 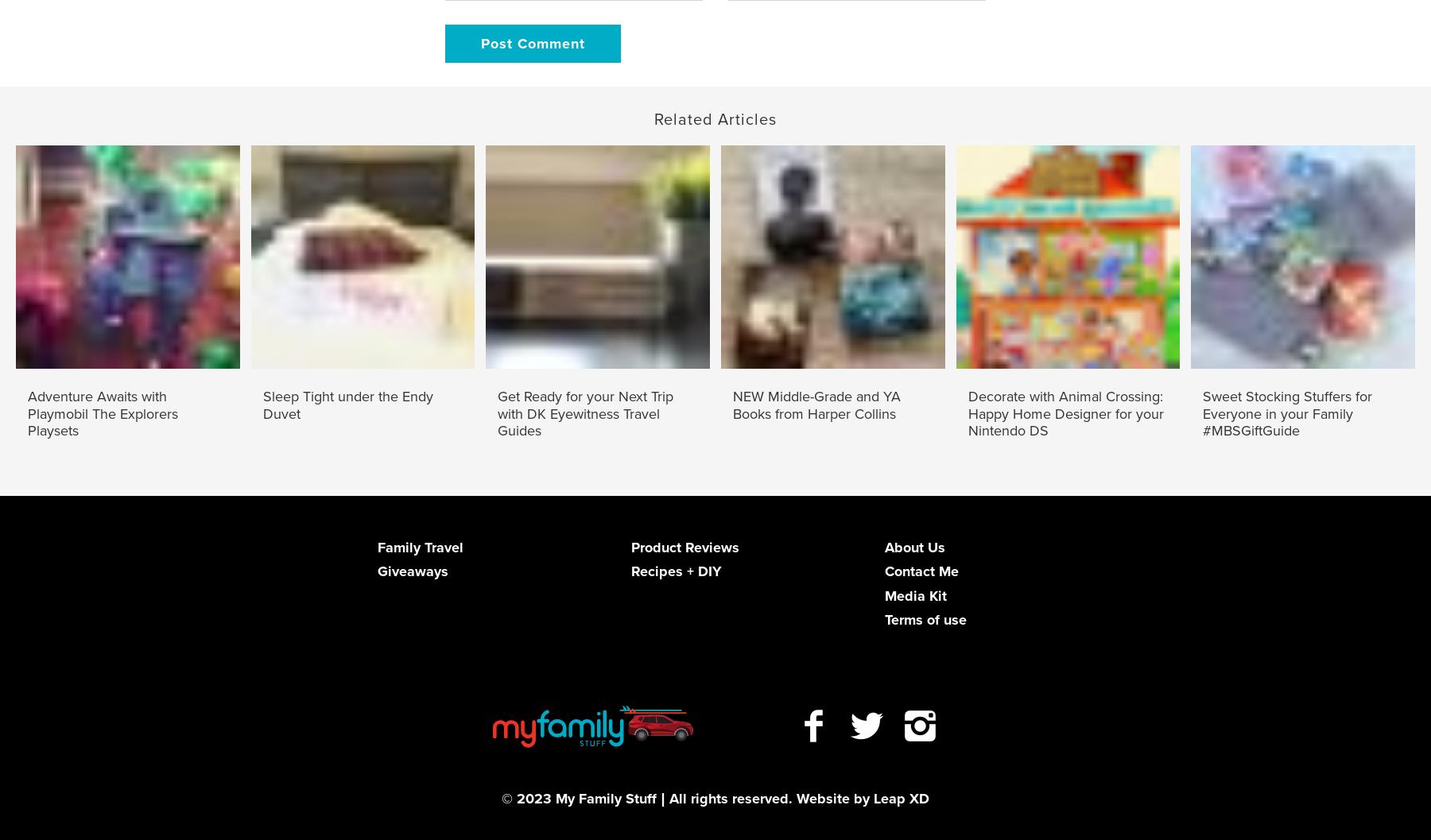 What do you see at coordinates (684, 546) in the screenshot?
I see `'Product Reviews'` at bounding box center [684, 546].